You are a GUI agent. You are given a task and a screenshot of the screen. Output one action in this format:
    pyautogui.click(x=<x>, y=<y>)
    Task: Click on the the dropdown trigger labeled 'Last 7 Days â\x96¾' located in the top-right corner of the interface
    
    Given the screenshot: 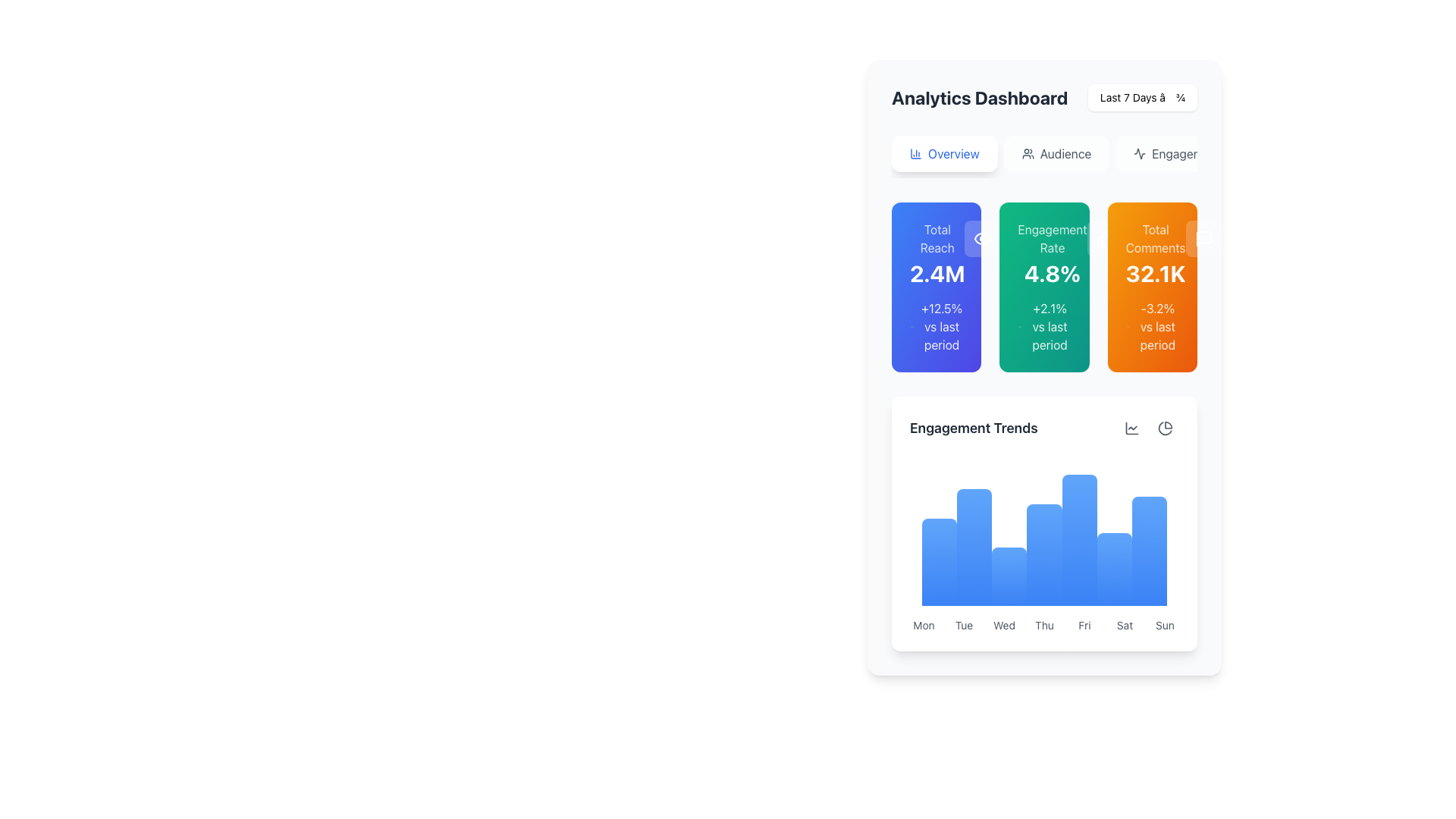 What is the action you would take?
    pyautogui.click(x=1143, y=97)
    